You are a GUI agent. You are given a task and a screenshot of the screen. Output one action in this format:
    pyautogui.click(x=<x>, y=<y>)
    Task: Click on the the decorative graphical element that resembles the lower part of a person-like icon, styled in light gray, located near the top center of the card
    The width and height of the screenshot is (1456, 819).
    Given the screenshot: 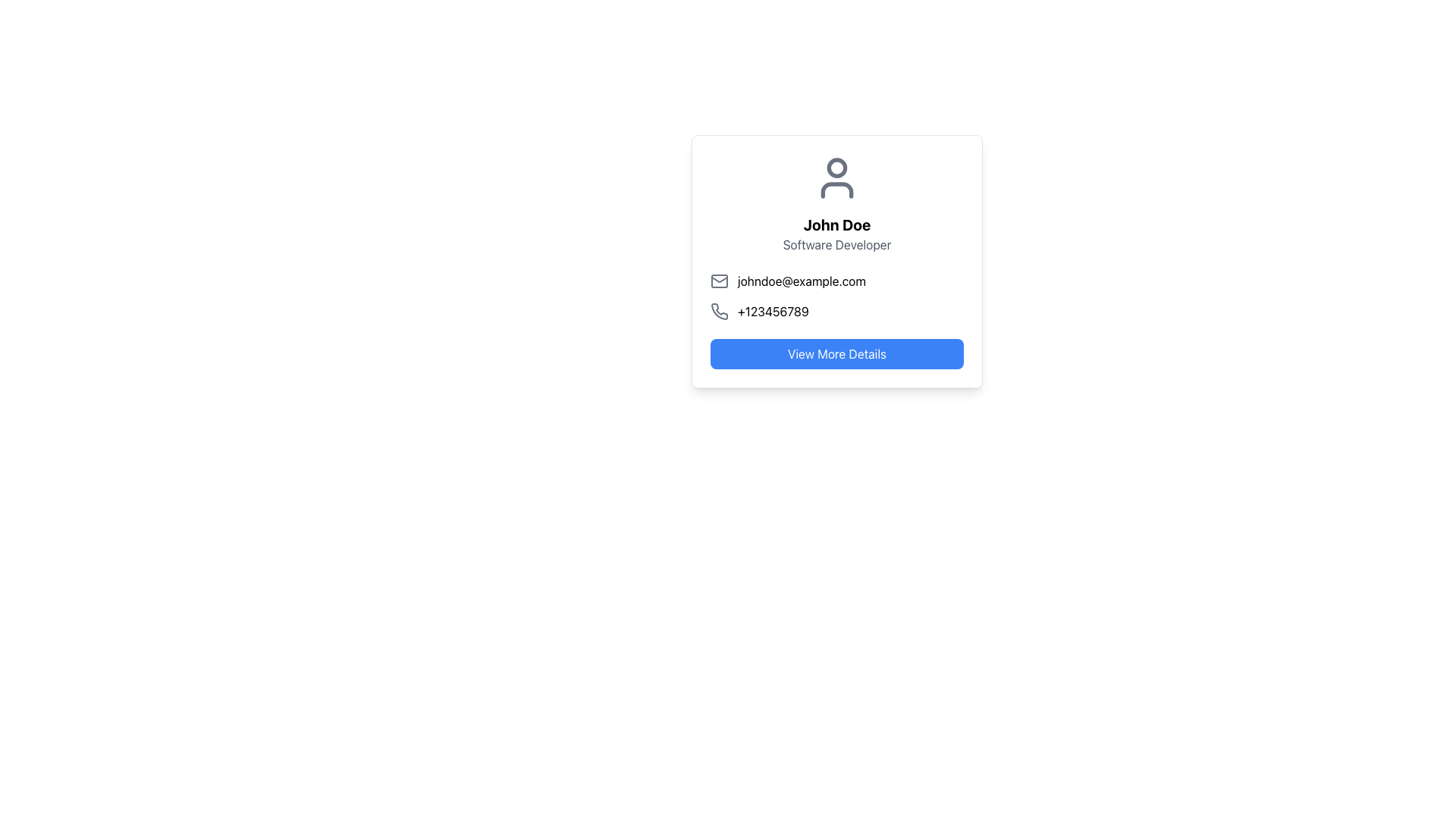 What is the action you would take?
    pyautogui.click(x=836, y=189)
    